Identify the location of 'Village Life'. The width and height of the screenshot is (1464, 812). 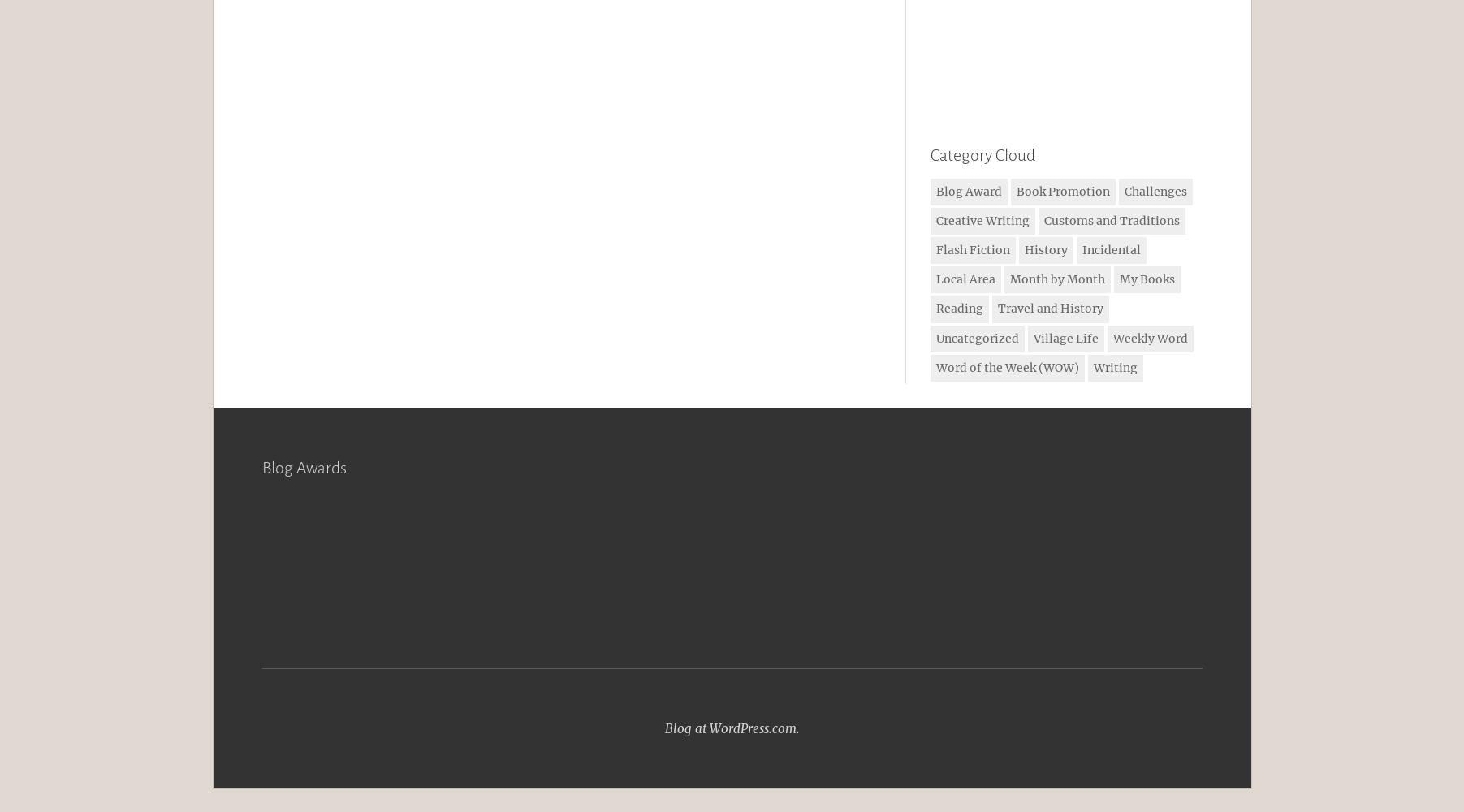
(1065, 338).